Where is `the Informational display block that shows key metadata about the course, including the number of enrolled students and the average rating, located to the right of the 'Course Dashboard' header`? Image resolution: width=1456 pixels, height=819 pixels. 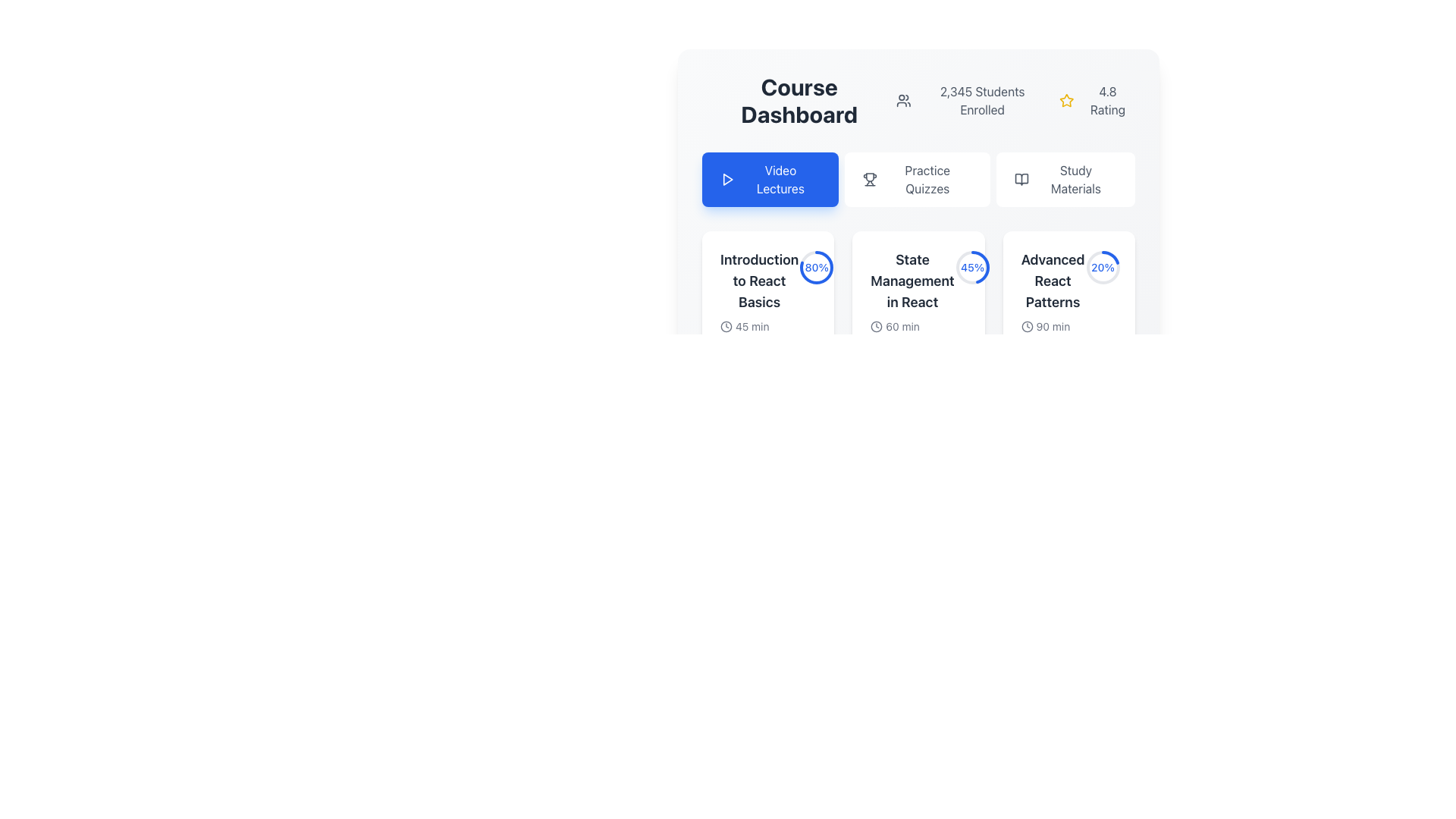
the Informational display block that shows key metadata about the course, including the number of enrolled students and the average rating, located to the right of the 'Course Dashboard' header is located at coordinates (1015, 100).